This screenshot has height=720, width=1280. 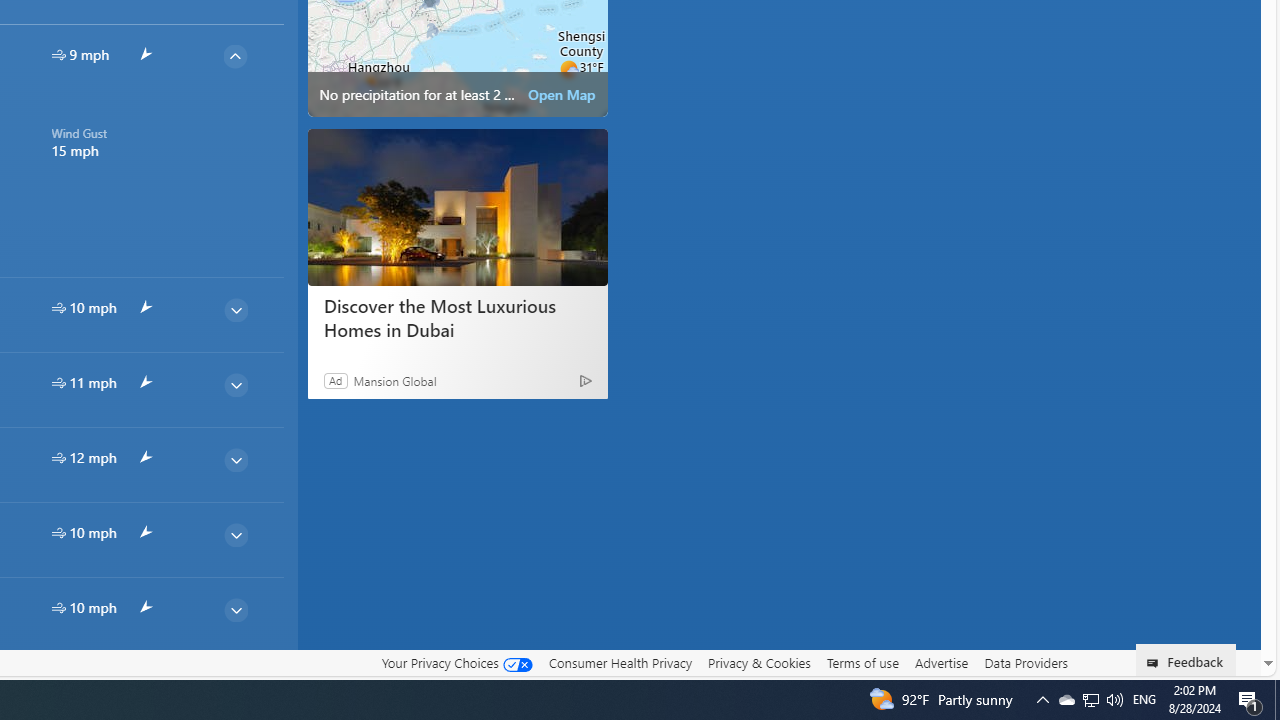 What do you see at coordinates (455, 662) in the screenshot?
I see `'Your Privacy Choices'` at bounding box center [455, 662].